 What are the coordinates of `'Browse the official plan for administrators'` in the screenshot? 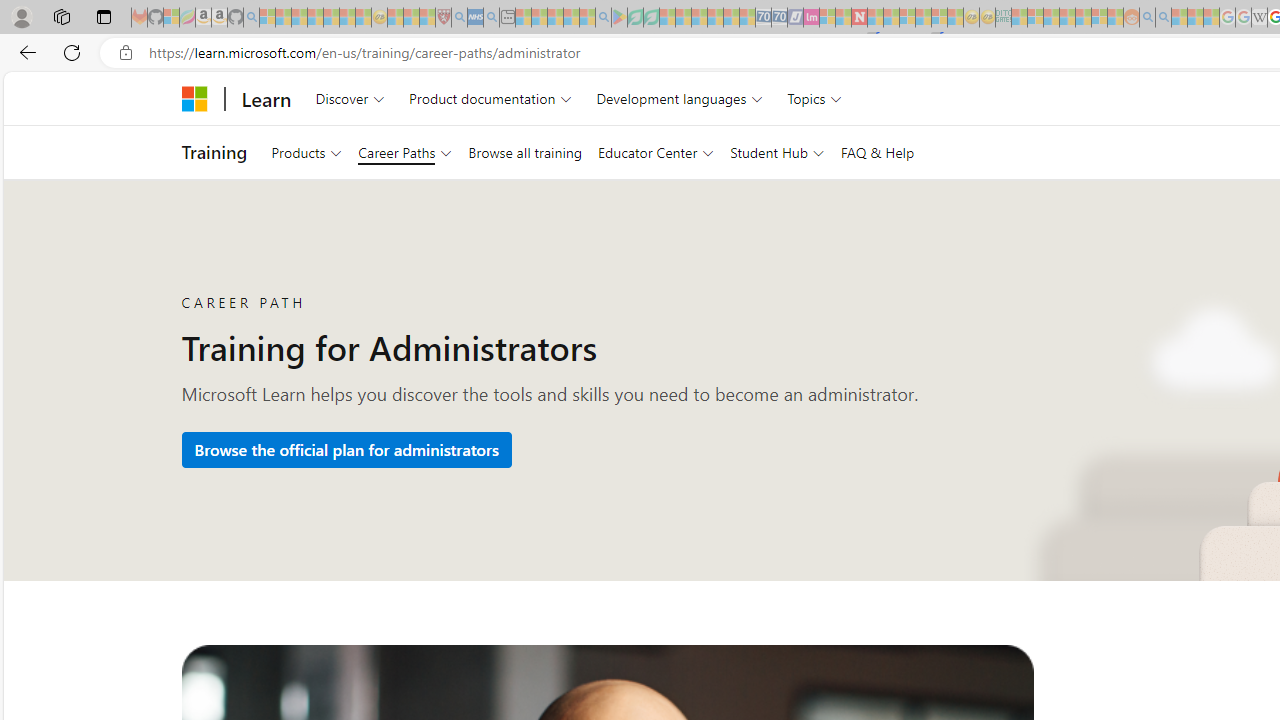 It's located at (346, 448).